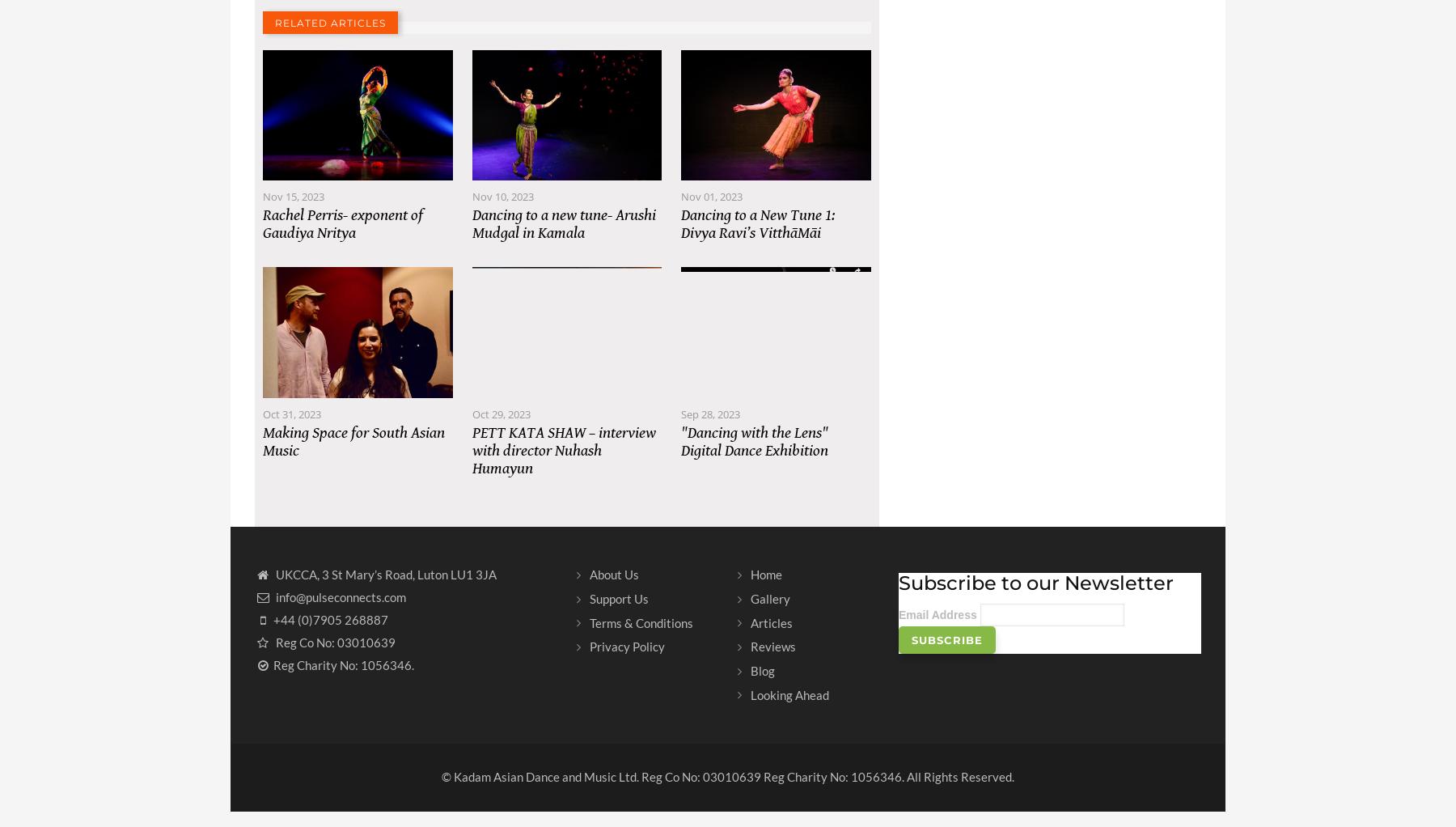 The width and height of the screenshot is (1456, 827). Describe the element at coordinates (502, 212) in the screenshot. I see `'Nov 10, 2023'` at that location.